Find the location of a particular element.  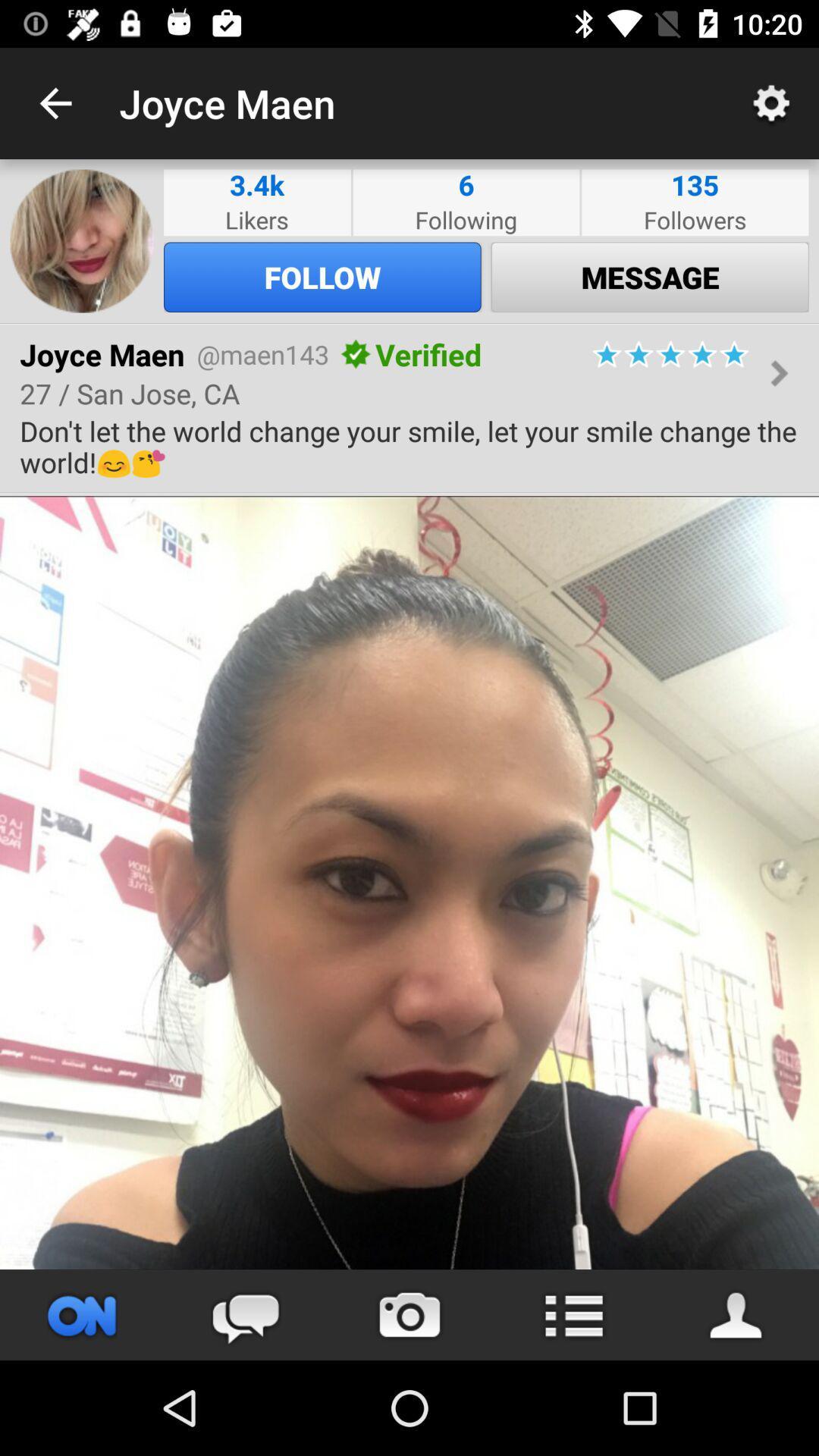

the icon next to the follow item is located at coordinates (649, 277).